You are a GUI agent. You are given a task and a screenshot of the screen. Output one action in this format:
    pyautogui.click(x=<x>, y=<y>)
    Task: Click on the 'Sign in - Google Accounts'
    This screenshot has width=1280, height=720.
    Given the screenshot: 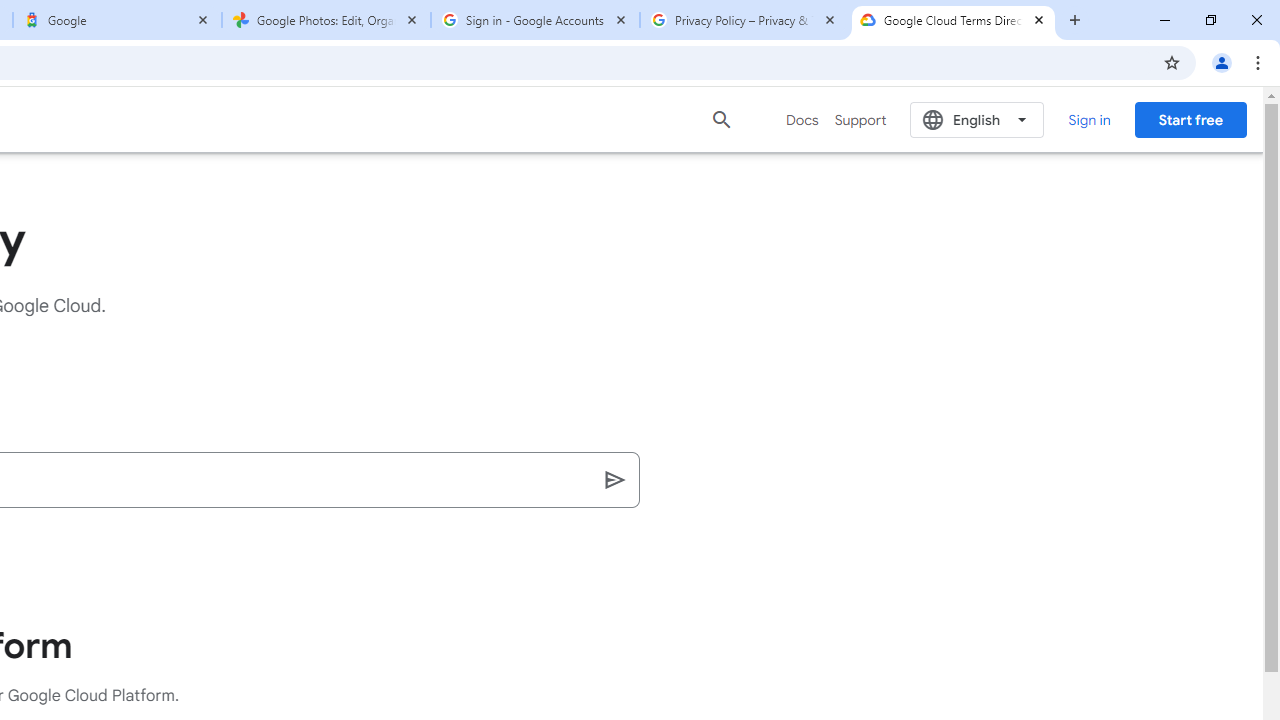 What is the action you would take?
    pyautogui.click(x=535, y=20)
    